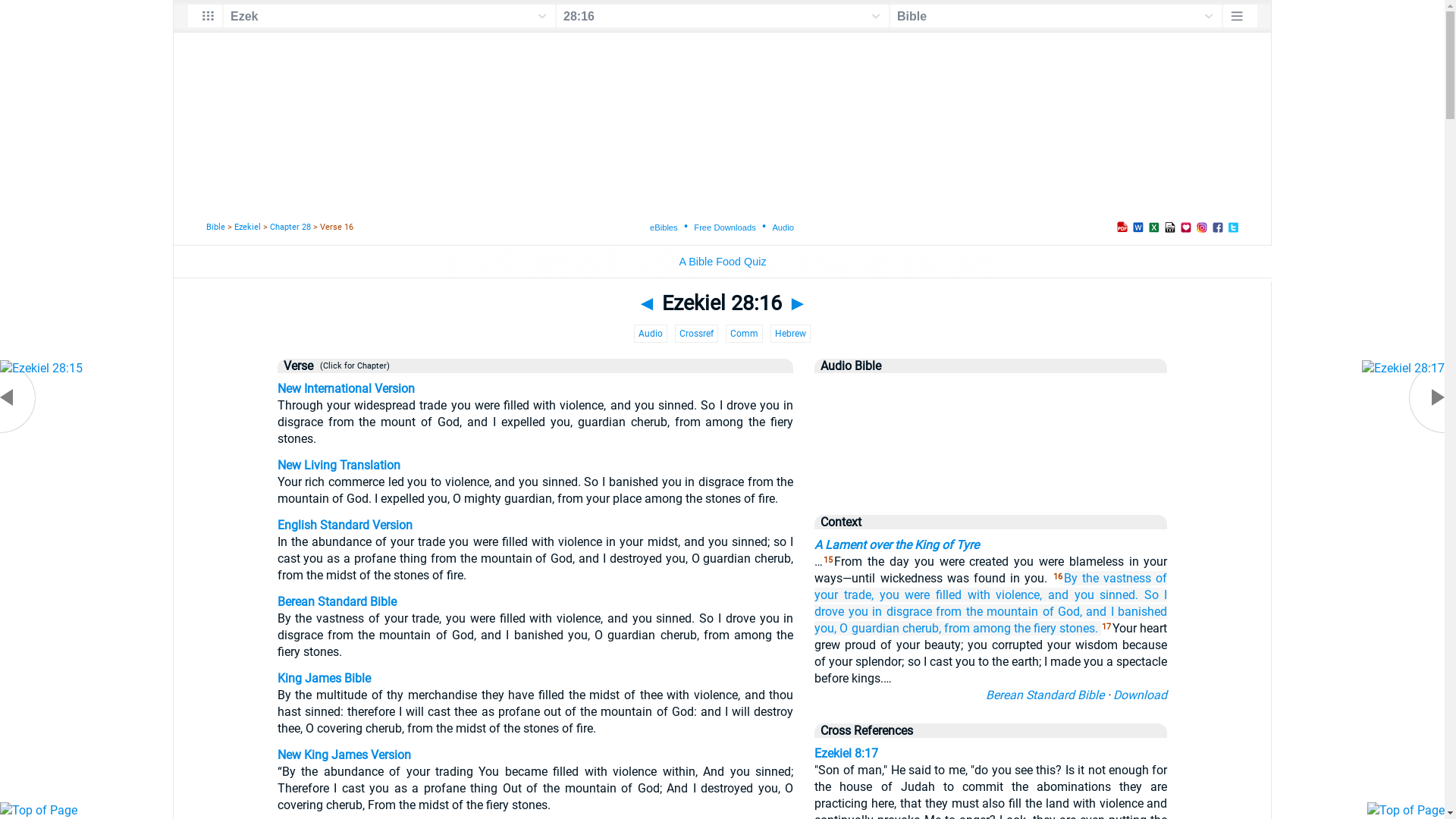  What do you see at coordinates (345, 388) in the screenshot?
I see `'New International Version'` at bounding box center [345, 388].